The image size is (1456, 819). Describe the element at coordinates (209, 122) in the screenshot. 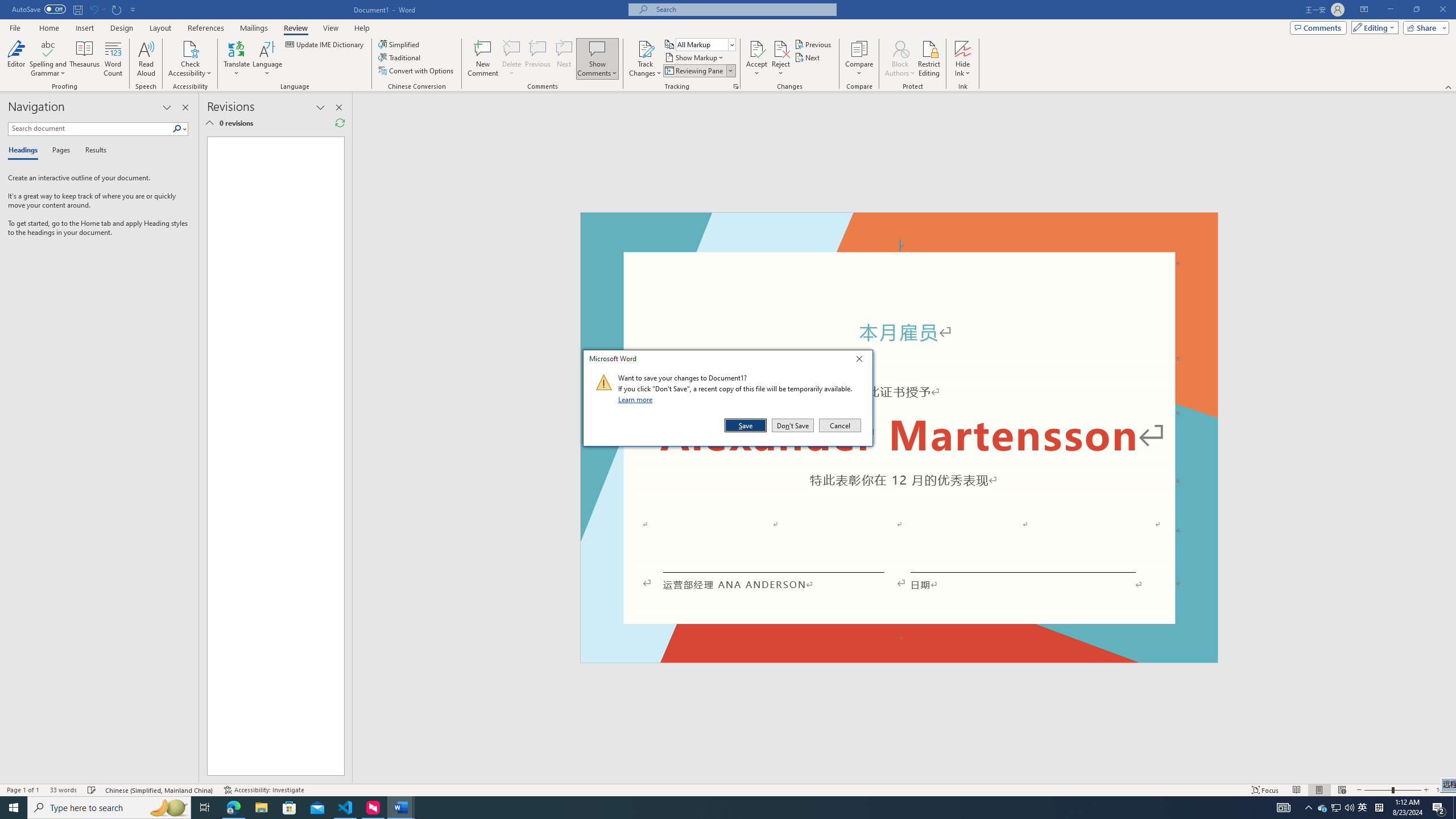

I see `'Show Detailed Summary'` at that location.